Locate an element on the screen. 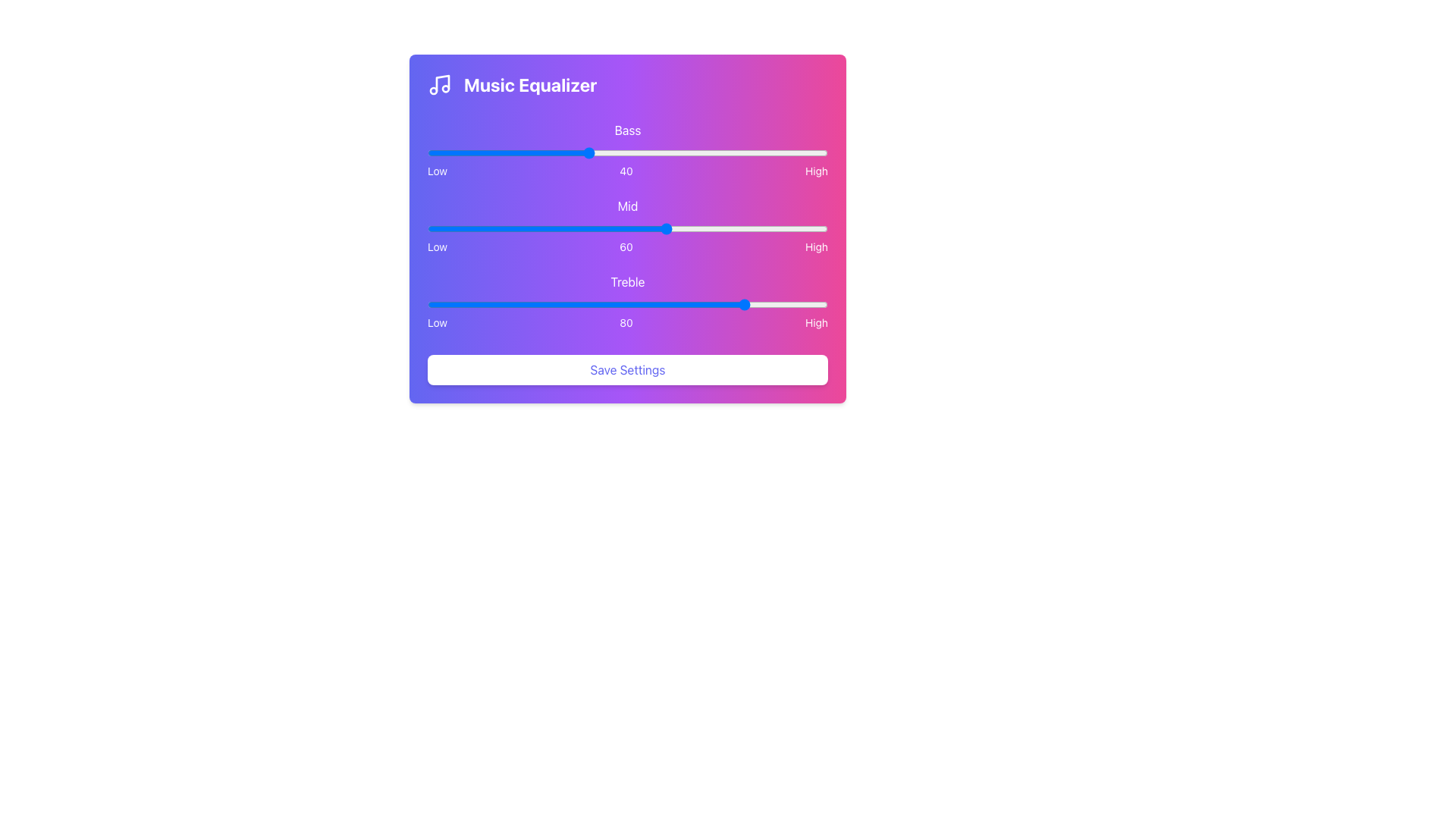  the Text Display element that shows the numeric value '80', which is located between the 'Low' and 'High' labels and aligned with the Mid section slider is located at coordinates (626, 322).